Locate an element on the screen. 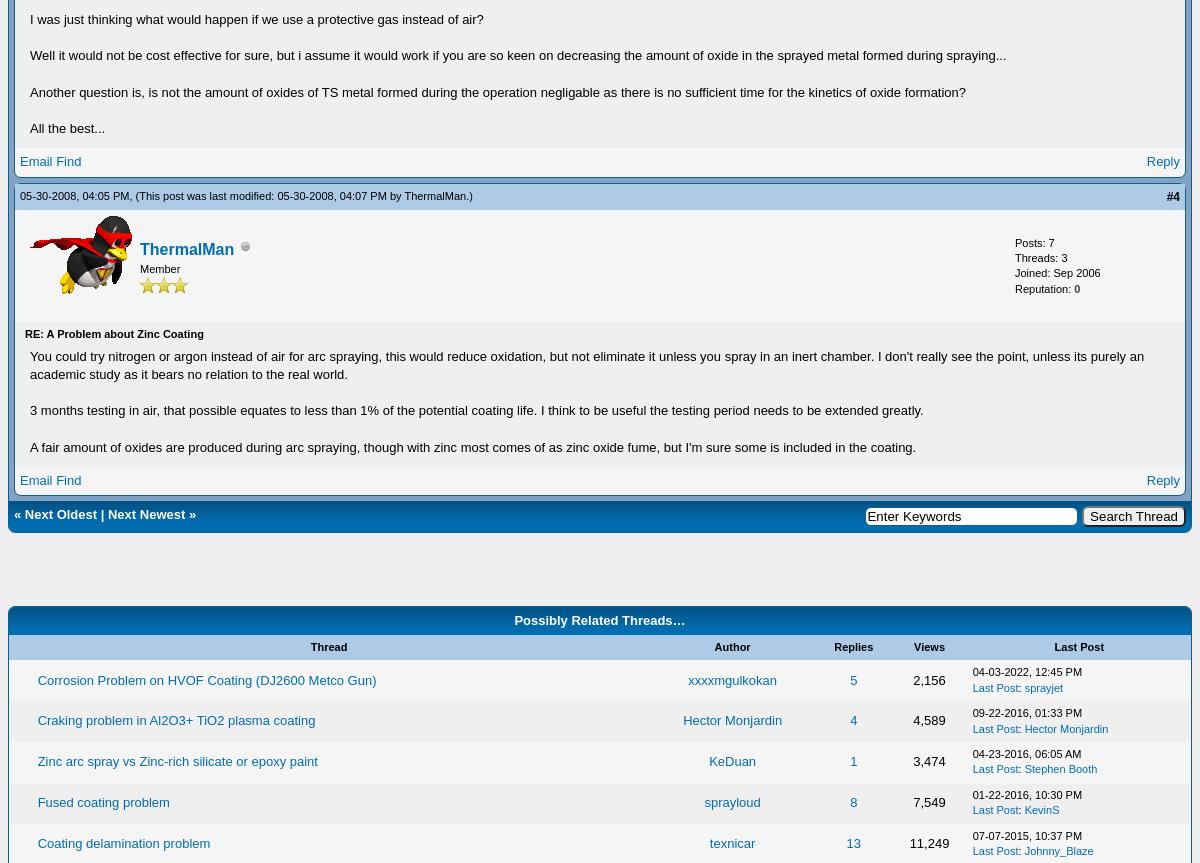  'Zinc arc spray vs Zinc-rich silicate or epoxy paint' is located at coordinates (176, 761).